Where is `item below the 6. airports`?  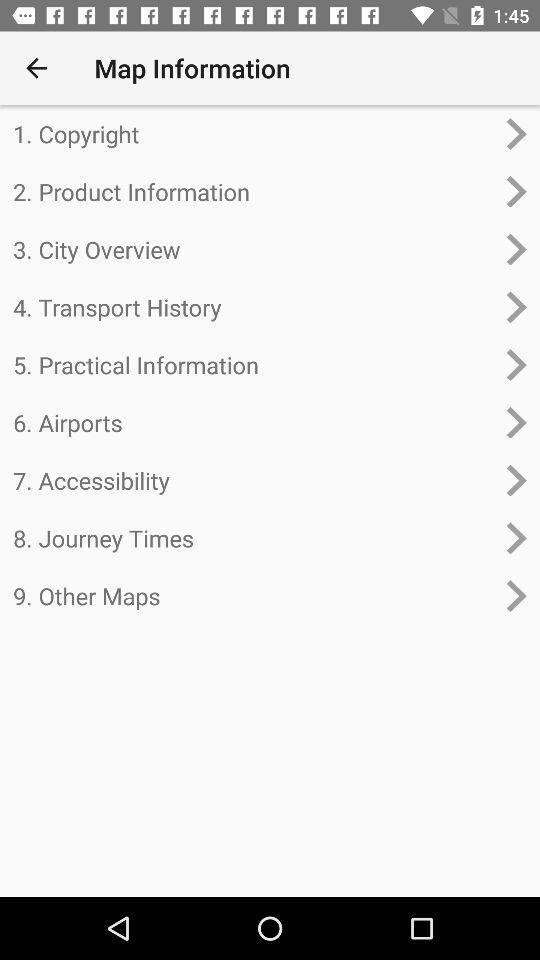
item below the 6. airports is located at coordinates (253, 480).